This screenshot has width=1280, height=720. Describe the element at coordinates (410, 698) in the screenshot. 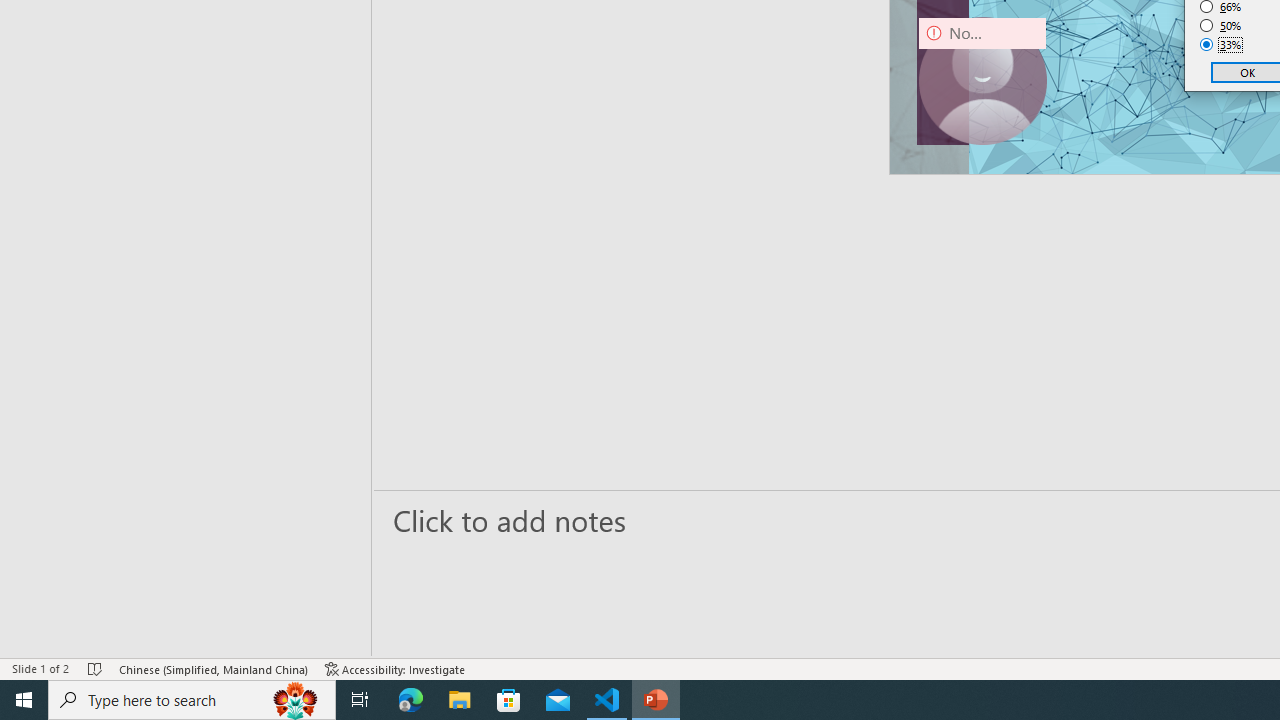

I see `'Microsoft Edge'` at that location.